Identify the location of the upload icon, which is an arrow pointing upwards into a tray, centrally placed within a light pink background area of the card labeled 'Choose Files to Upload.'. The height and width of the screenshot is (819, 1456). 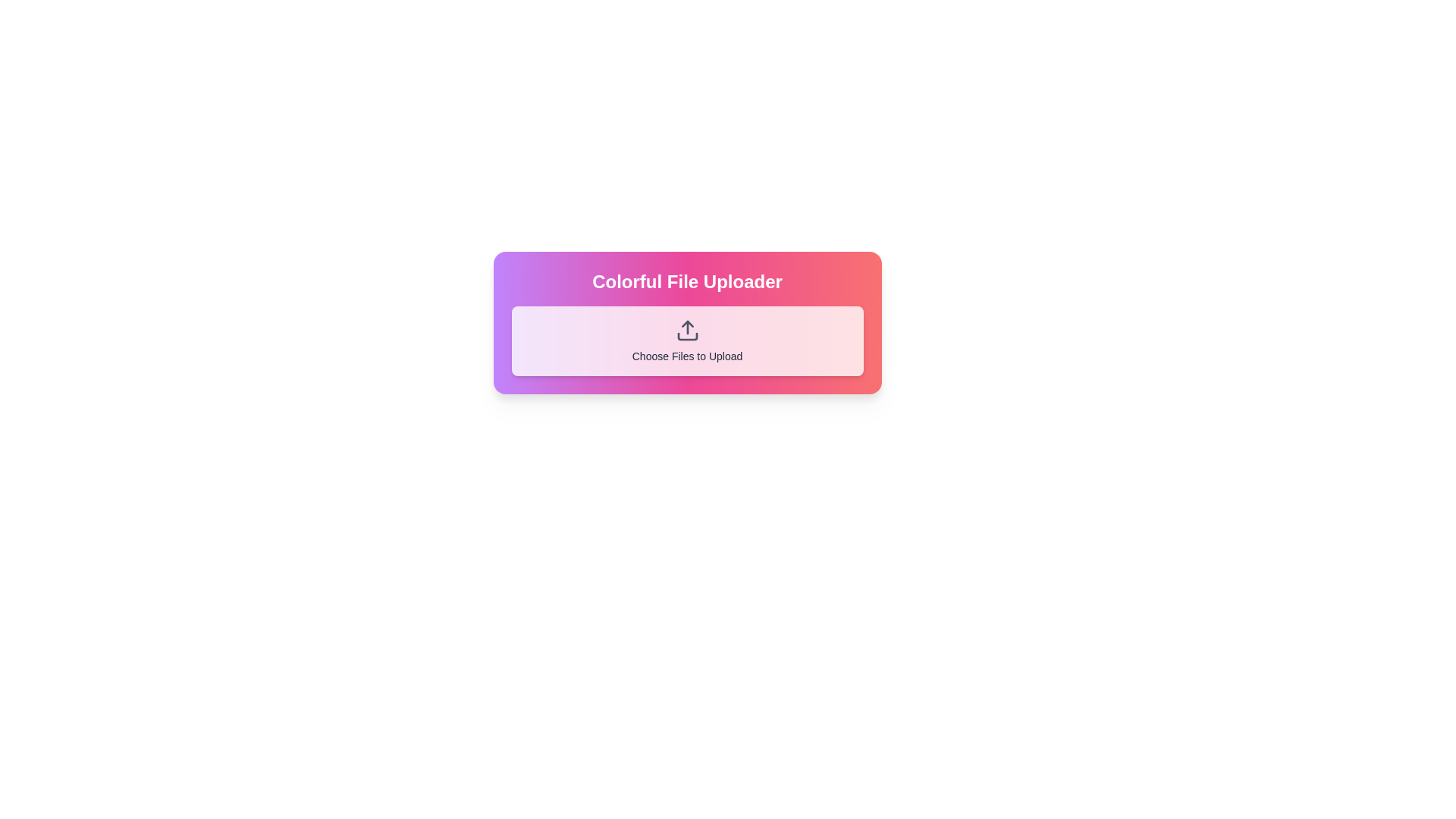
(686, 329).